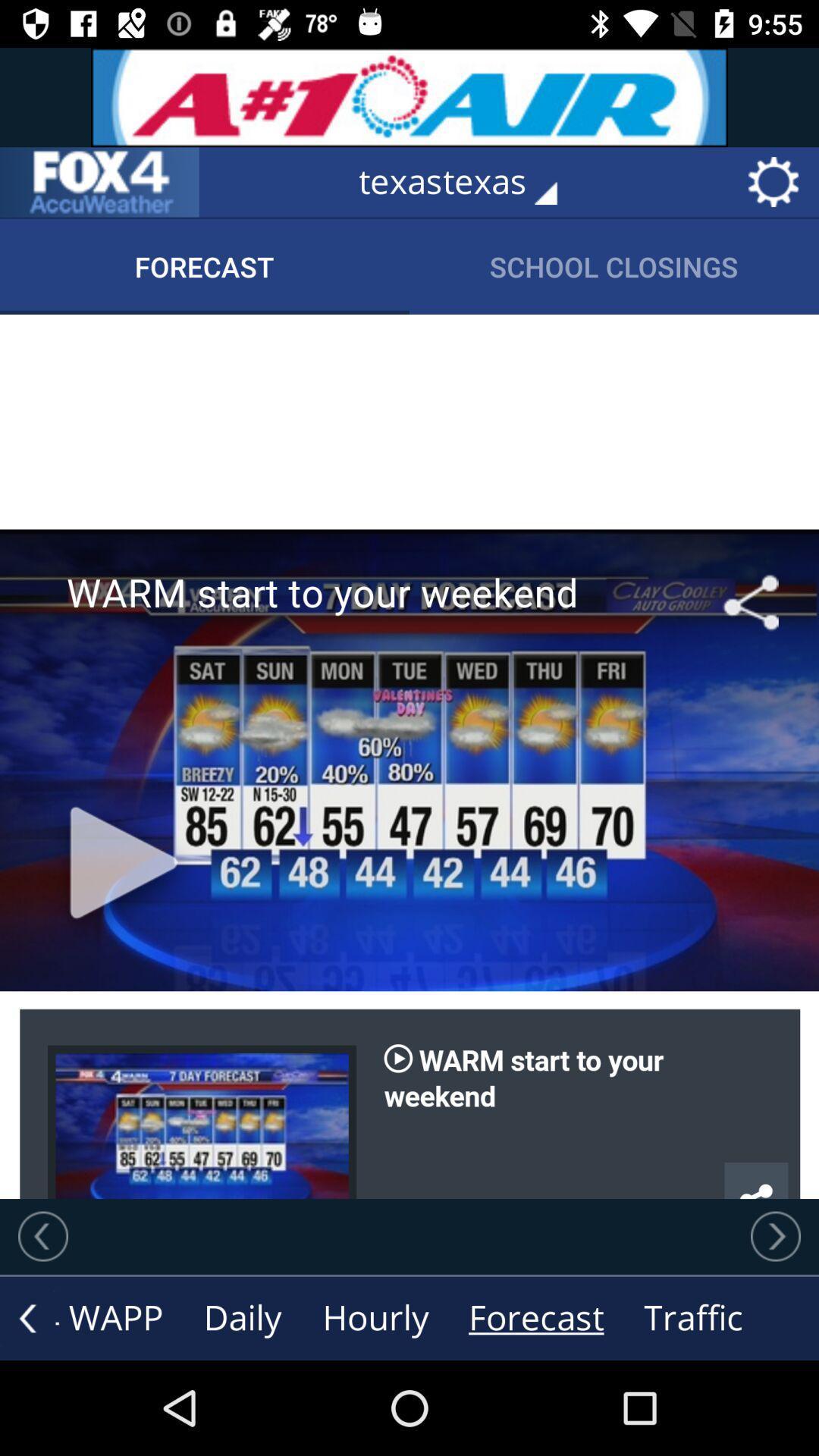 The image size is (819, 1456). Describe the element at coordinates (27, 1317) in the screenshot. I see `see more options` at that location.